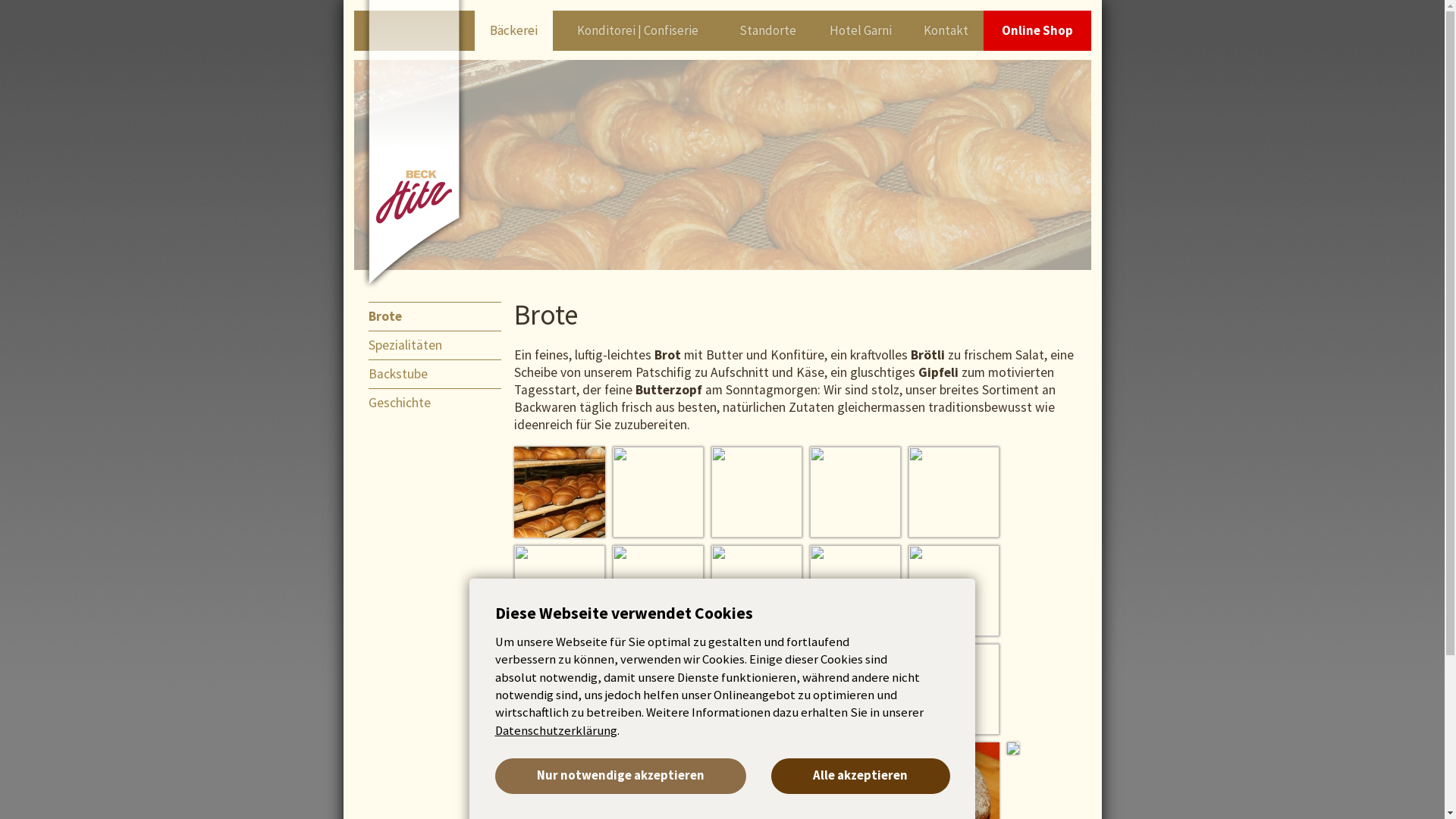 The image size is (1456, 819). I want to click on 'Standorte', so click(767, 30).